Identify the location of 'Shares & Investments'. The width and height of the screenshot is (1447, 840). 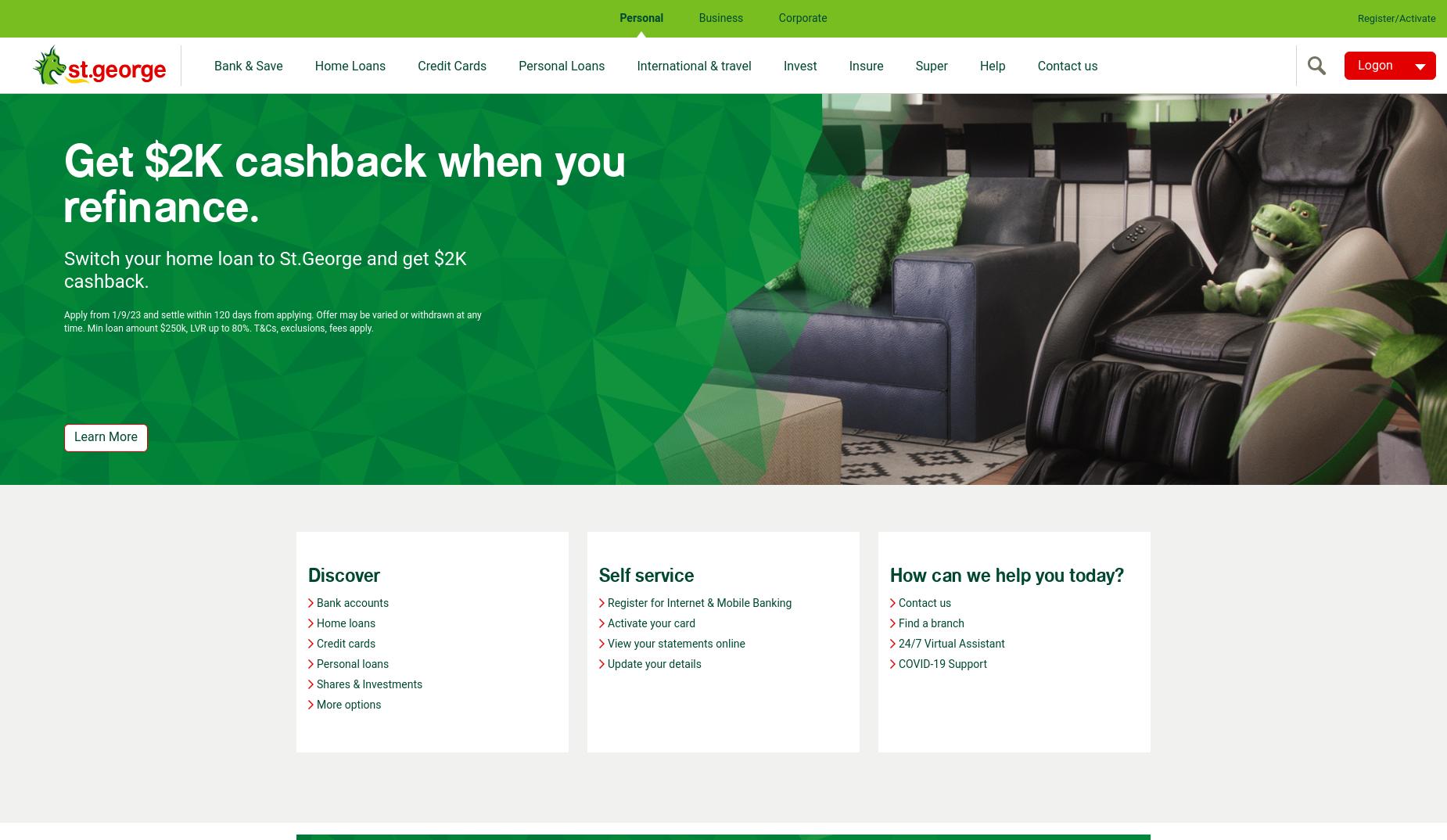
(369, 683).